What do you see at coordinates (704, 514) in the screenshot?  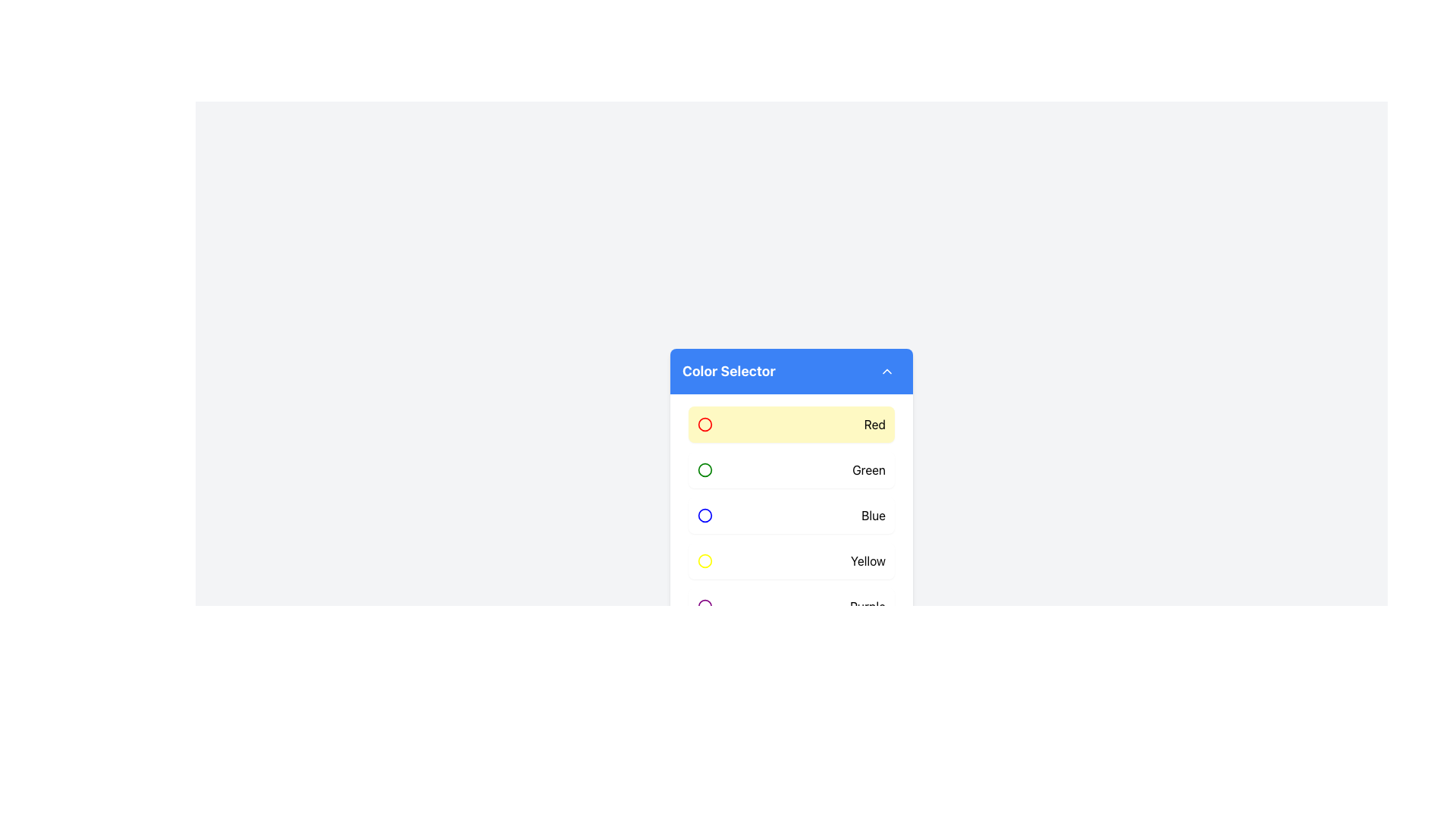 I see `the blue color icon located in the blue row, adjacent to the blue text label` at bounding box center [704, 514].